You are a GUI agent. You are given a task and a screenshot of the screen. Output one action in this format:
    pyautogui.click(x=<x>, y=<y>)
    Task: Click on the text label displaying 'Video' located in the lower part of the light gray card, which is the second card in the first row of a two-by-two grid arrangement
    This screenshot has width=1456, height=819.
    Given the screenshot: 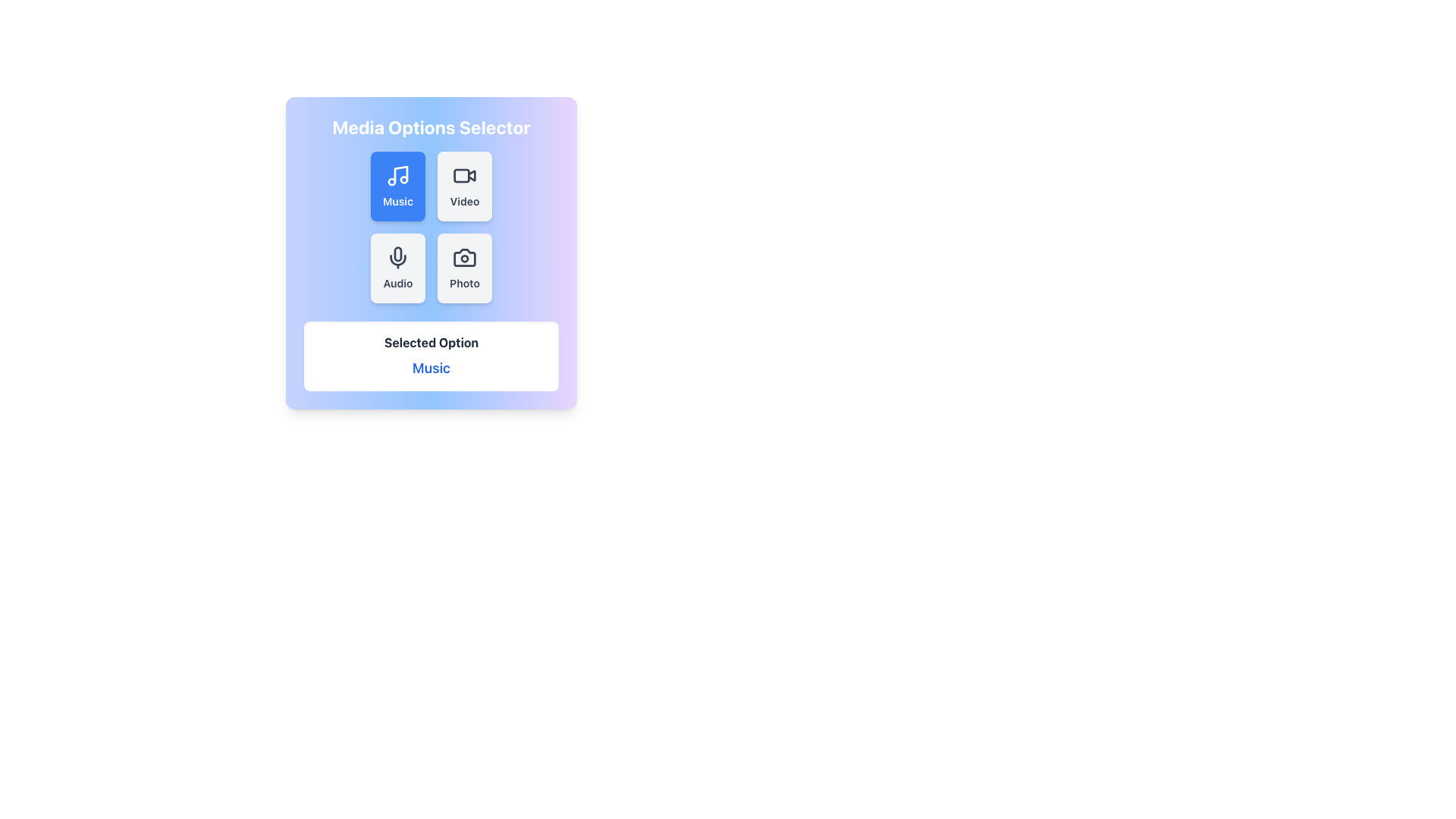 What is the action you would take?
    pyautogui.click(x=464, y=201)
    